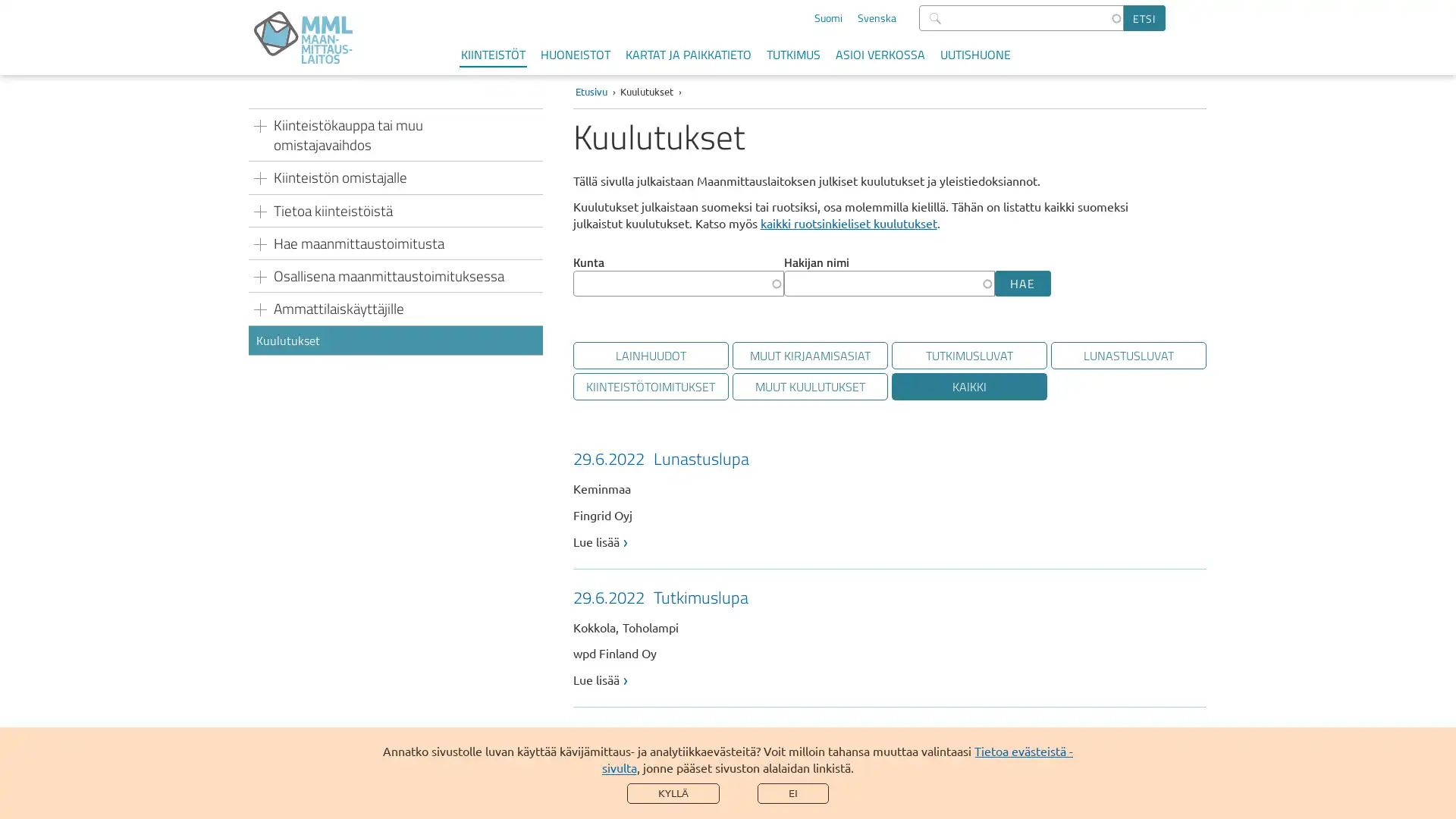 This screenshot has height=819, width=1456. Describe the element at coordinates (792, 792) in the screenshot. I see `EI` at that location.